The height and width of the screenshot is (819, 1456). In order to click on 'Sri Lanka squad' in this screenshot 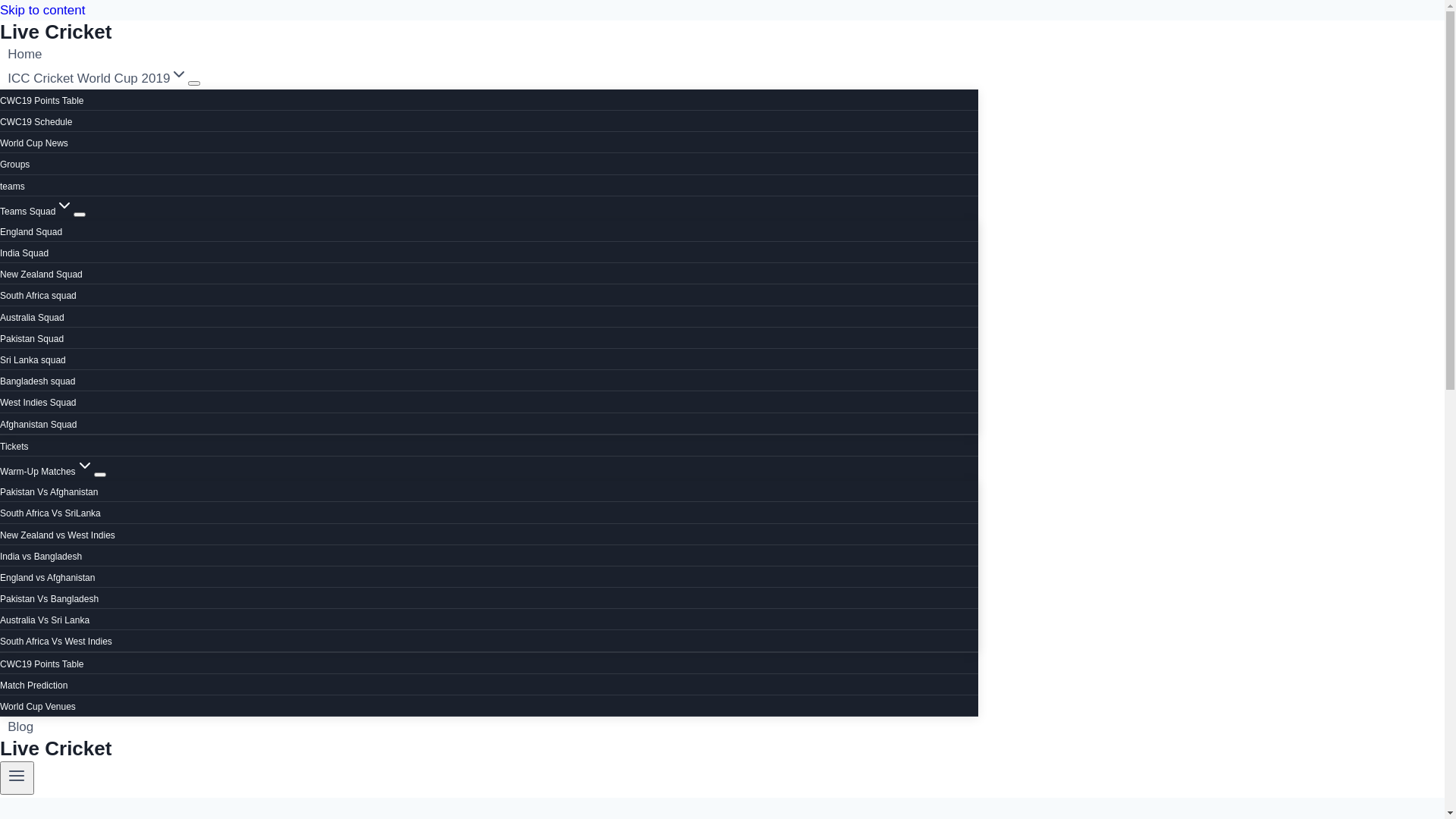, I will do `click(33, 359)`.